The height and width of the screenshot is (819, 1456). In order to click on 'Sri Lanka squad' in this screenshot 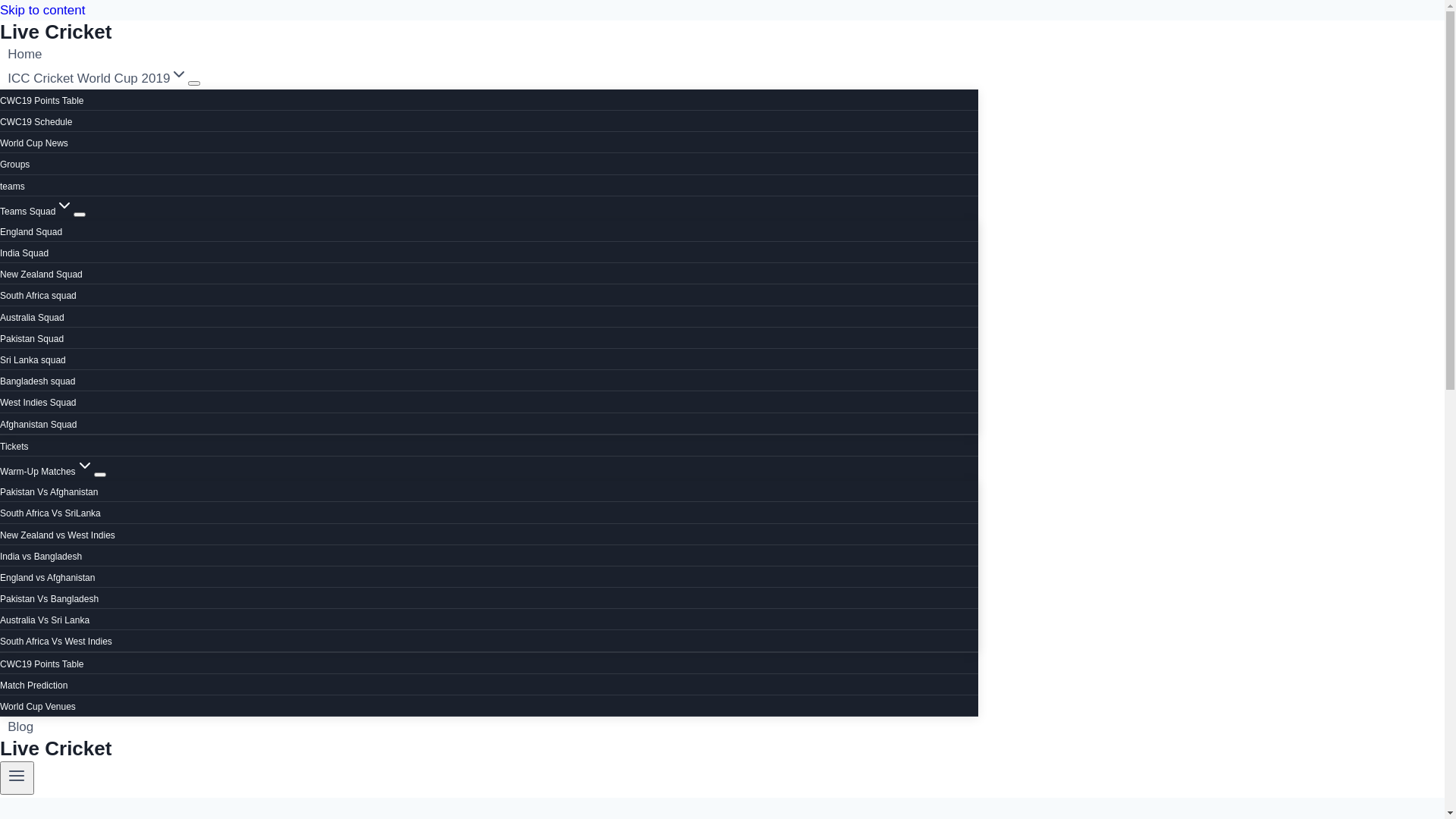, I will do `click(33, 359)`.